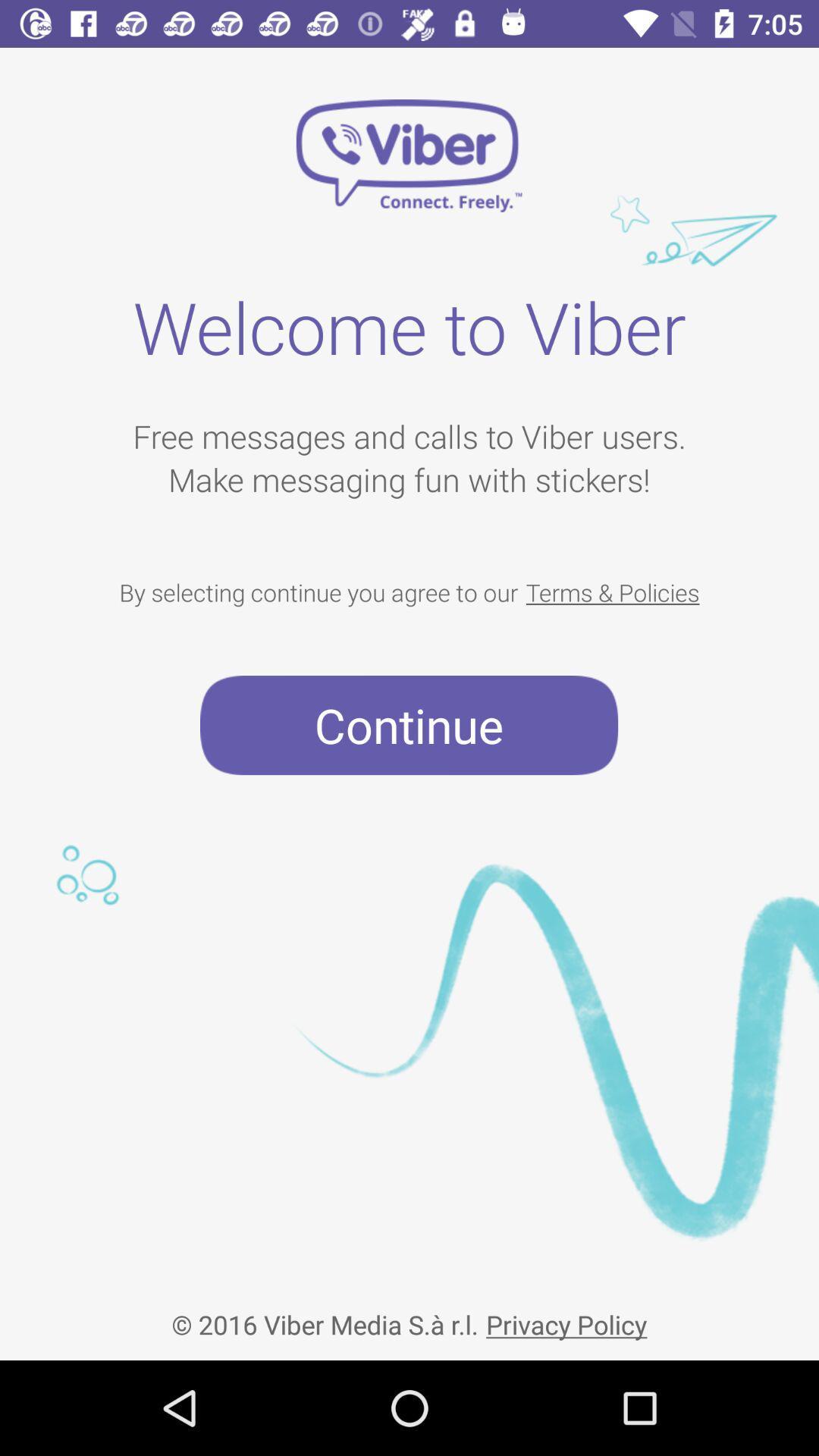  I want to click on the icon to the right of 2016 viber media, so click(566, 1311).